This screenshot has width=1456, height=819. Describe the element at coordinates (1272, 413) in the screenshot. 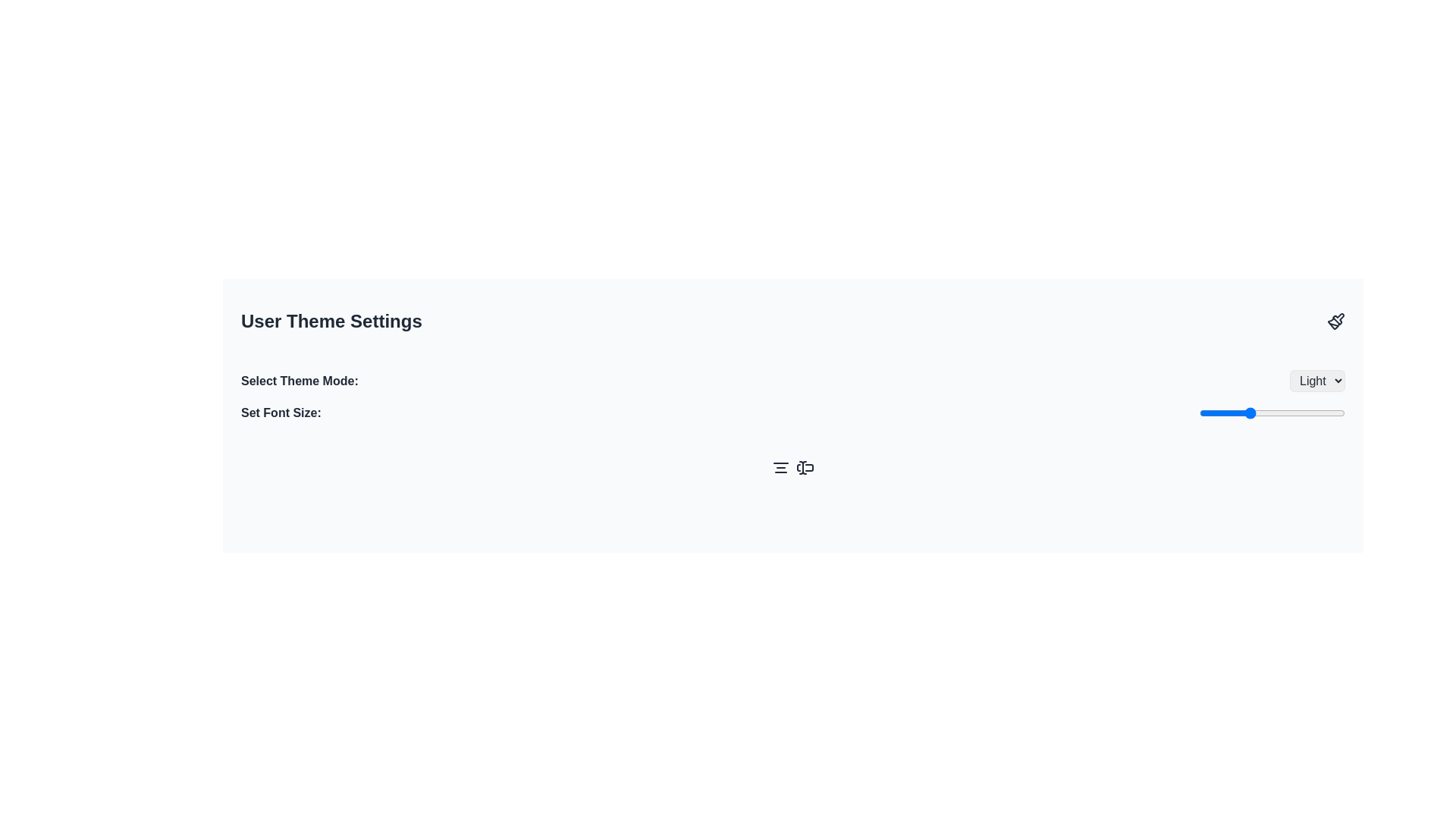

I see `the font size` at that location.